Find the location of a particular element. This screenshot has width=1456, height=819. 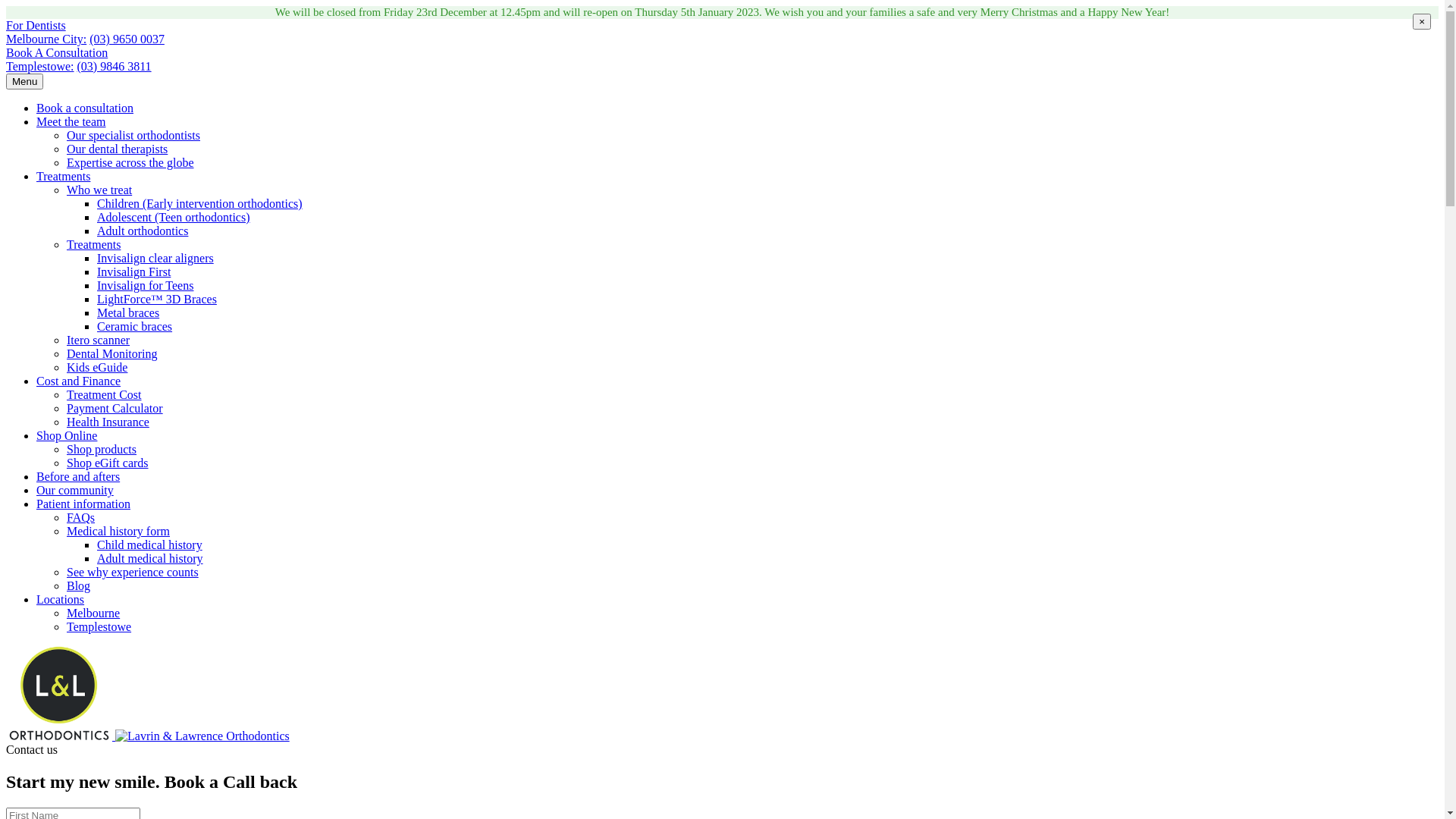

'Shop eGift cards' is located at coordinates (107, 462).